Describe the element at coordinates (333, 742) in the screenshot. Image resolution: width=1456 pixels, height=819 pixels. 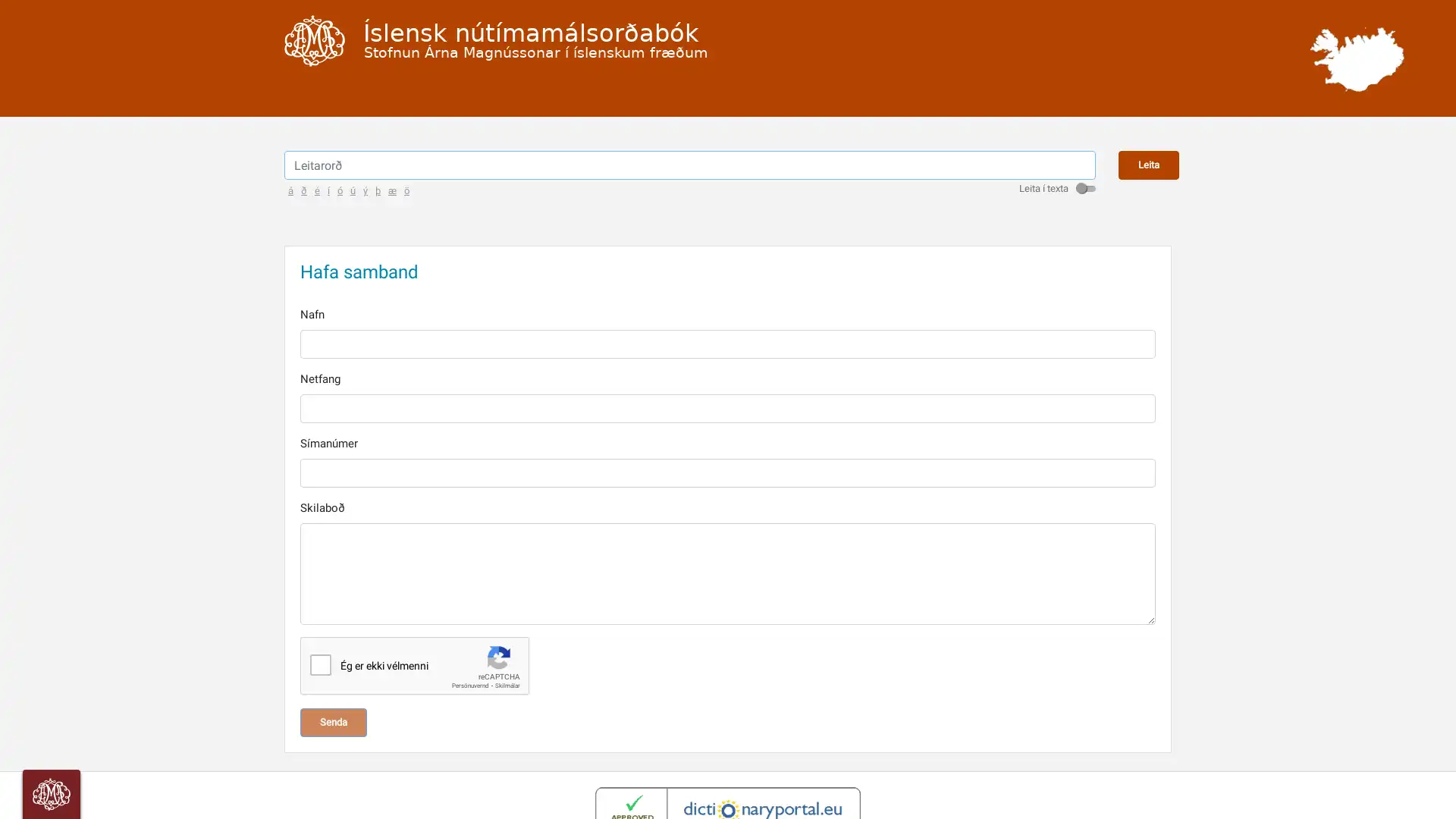
I see `Senda` at that location.